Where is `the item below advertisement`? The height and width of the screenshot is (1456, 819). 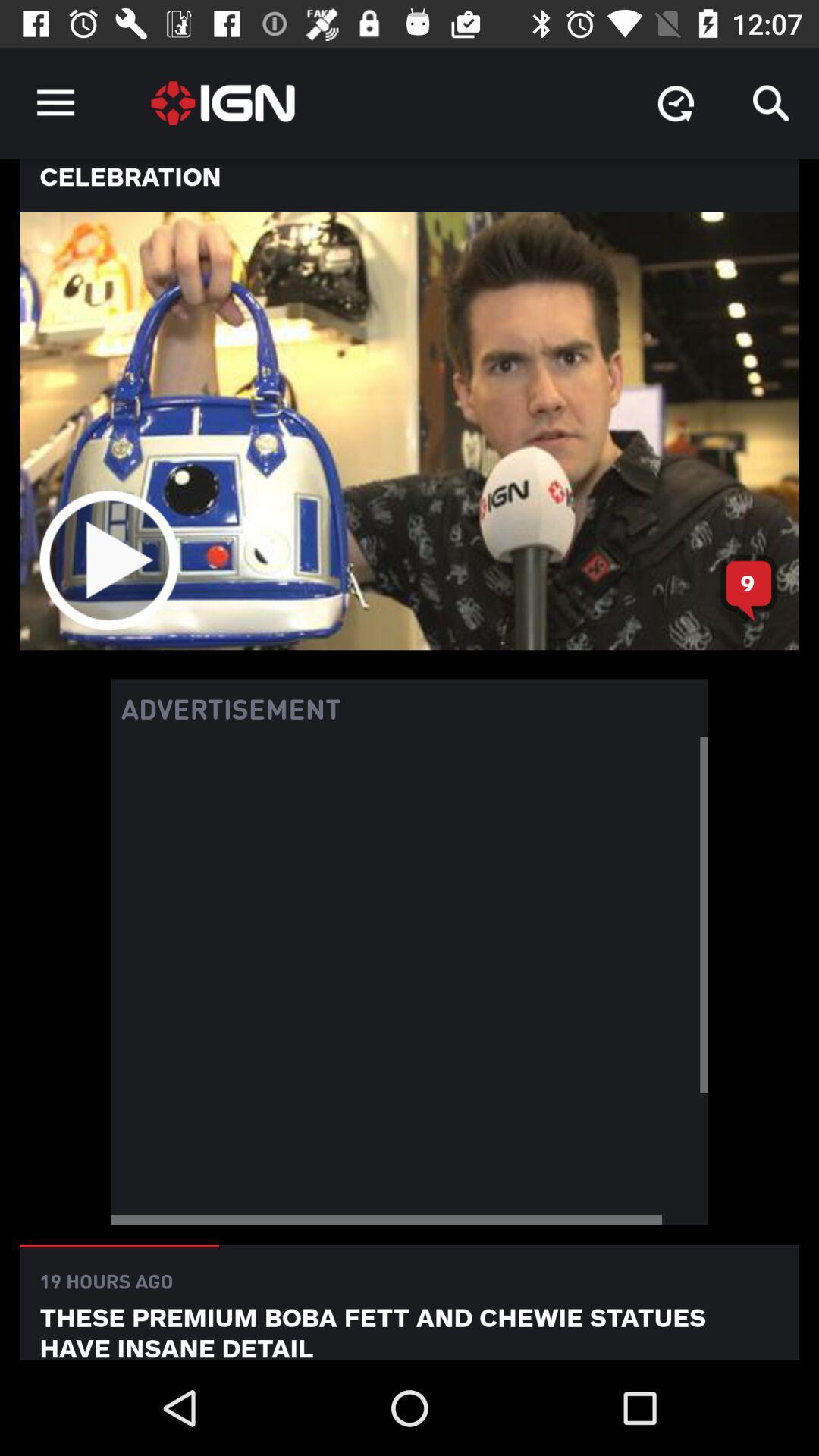
the item below advertisement is located at coordinates (409, 981).